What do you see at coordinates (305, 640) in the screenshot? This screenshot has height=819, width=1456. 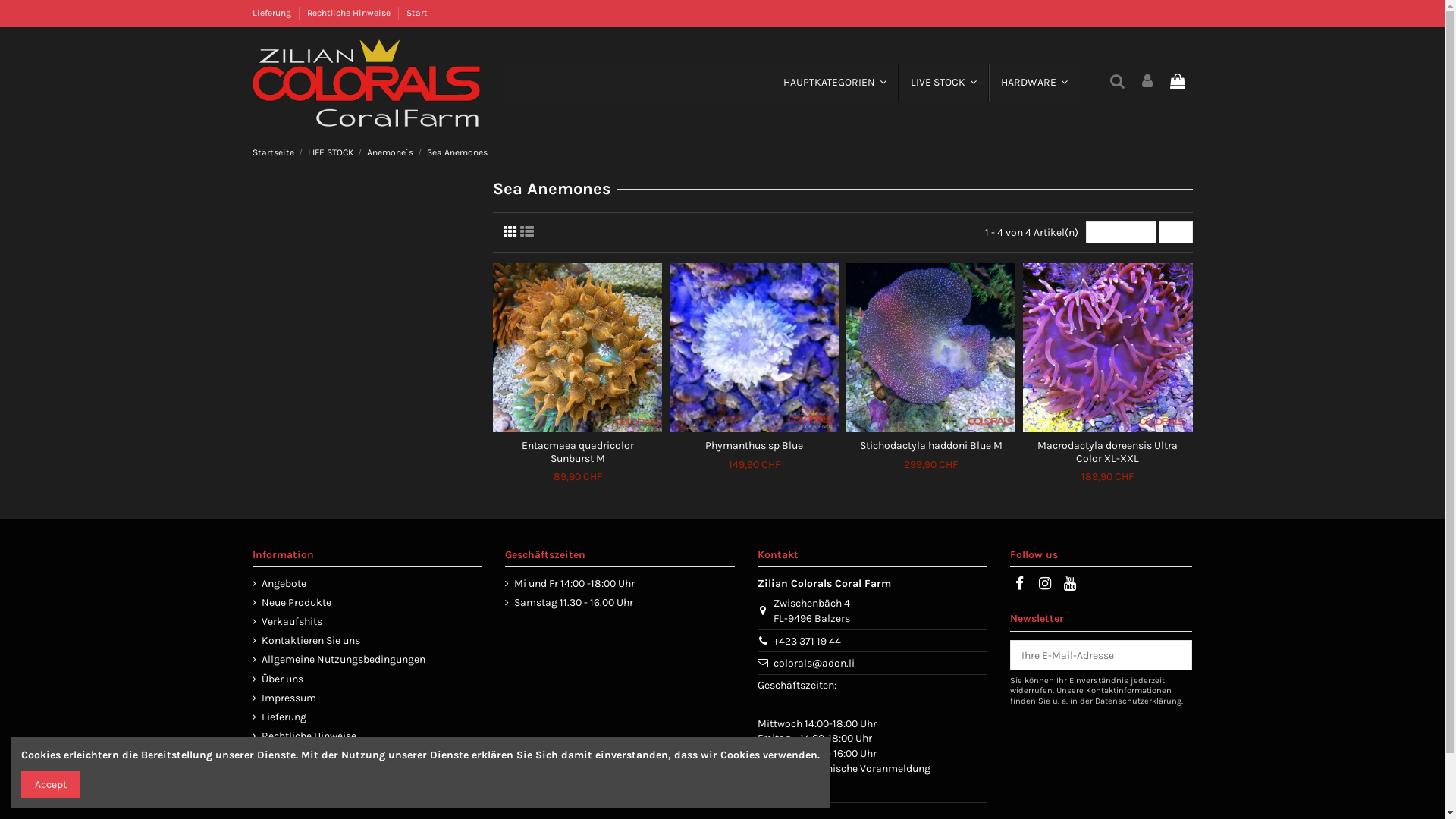 I see `'Kontaktieren Sie uns'` at bounding box center [305, 640].